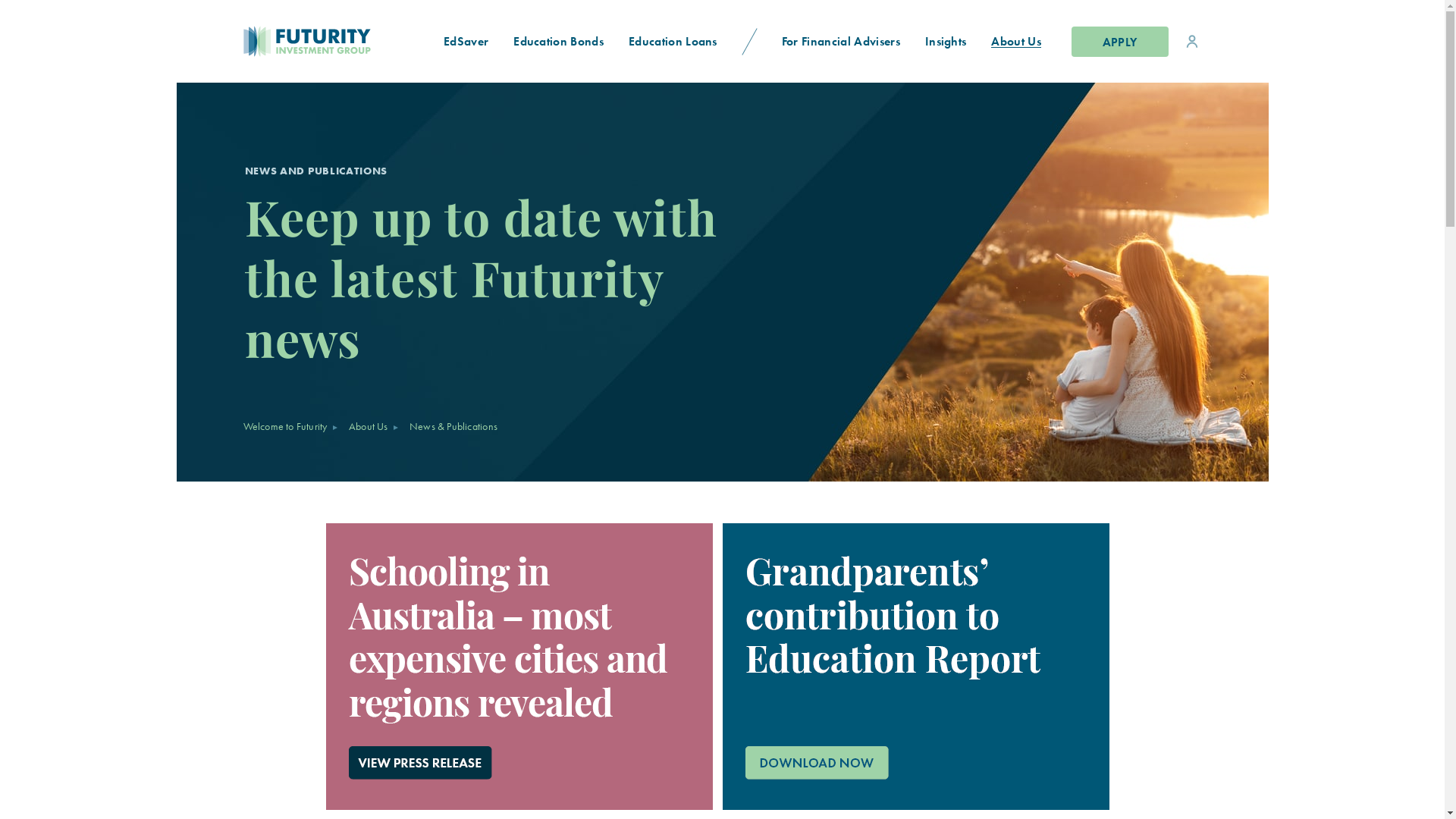 The height and width of the screenshot is (819, 1456). What do you see at coordinates (673, 40) in the screenshot?
I see `'Education Loans'` at bounding box center [673, 40].